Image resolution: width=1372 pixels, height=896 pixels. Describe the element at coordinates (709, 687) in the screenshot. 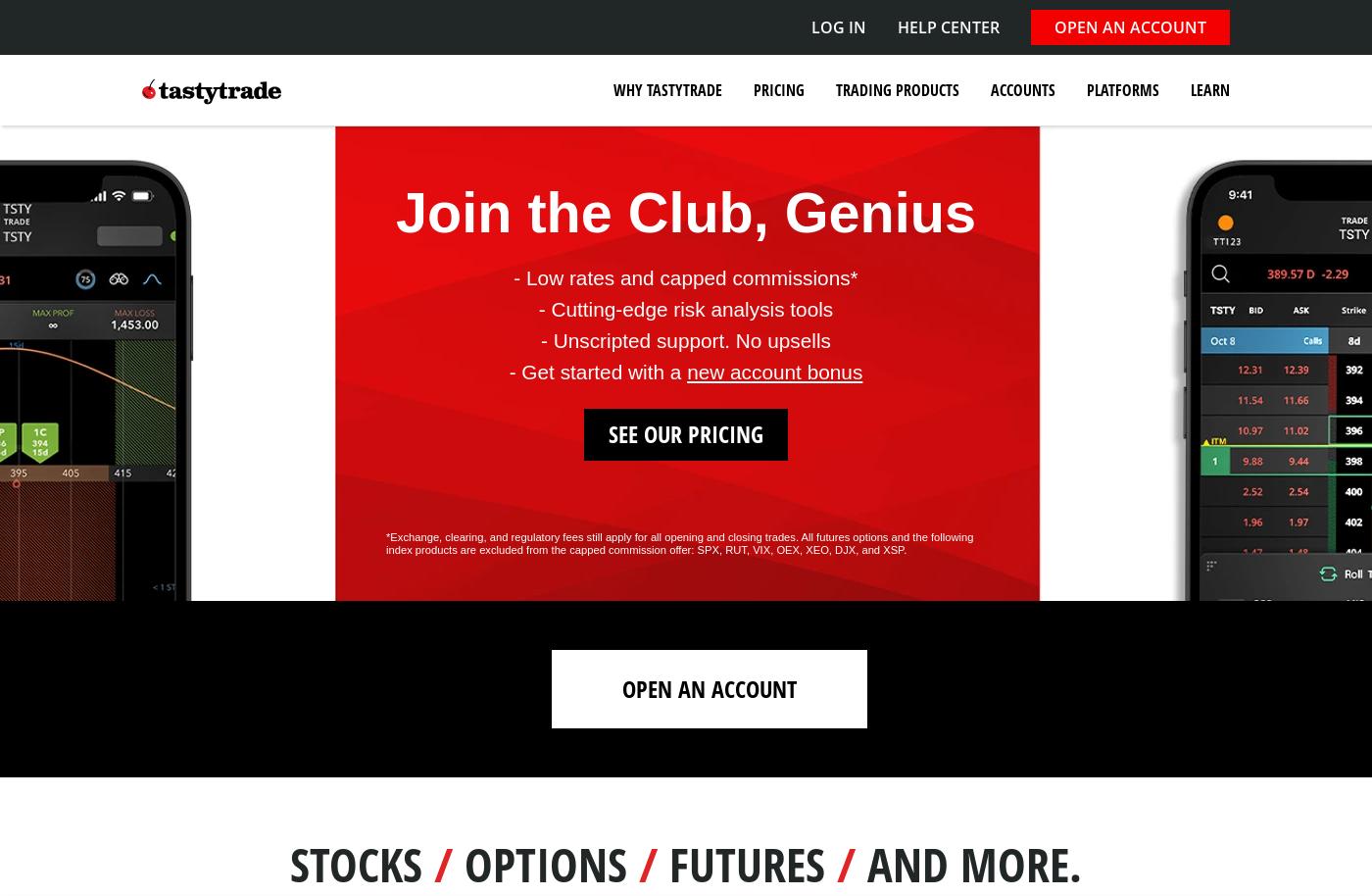

I see `'Open an account'` at that location.